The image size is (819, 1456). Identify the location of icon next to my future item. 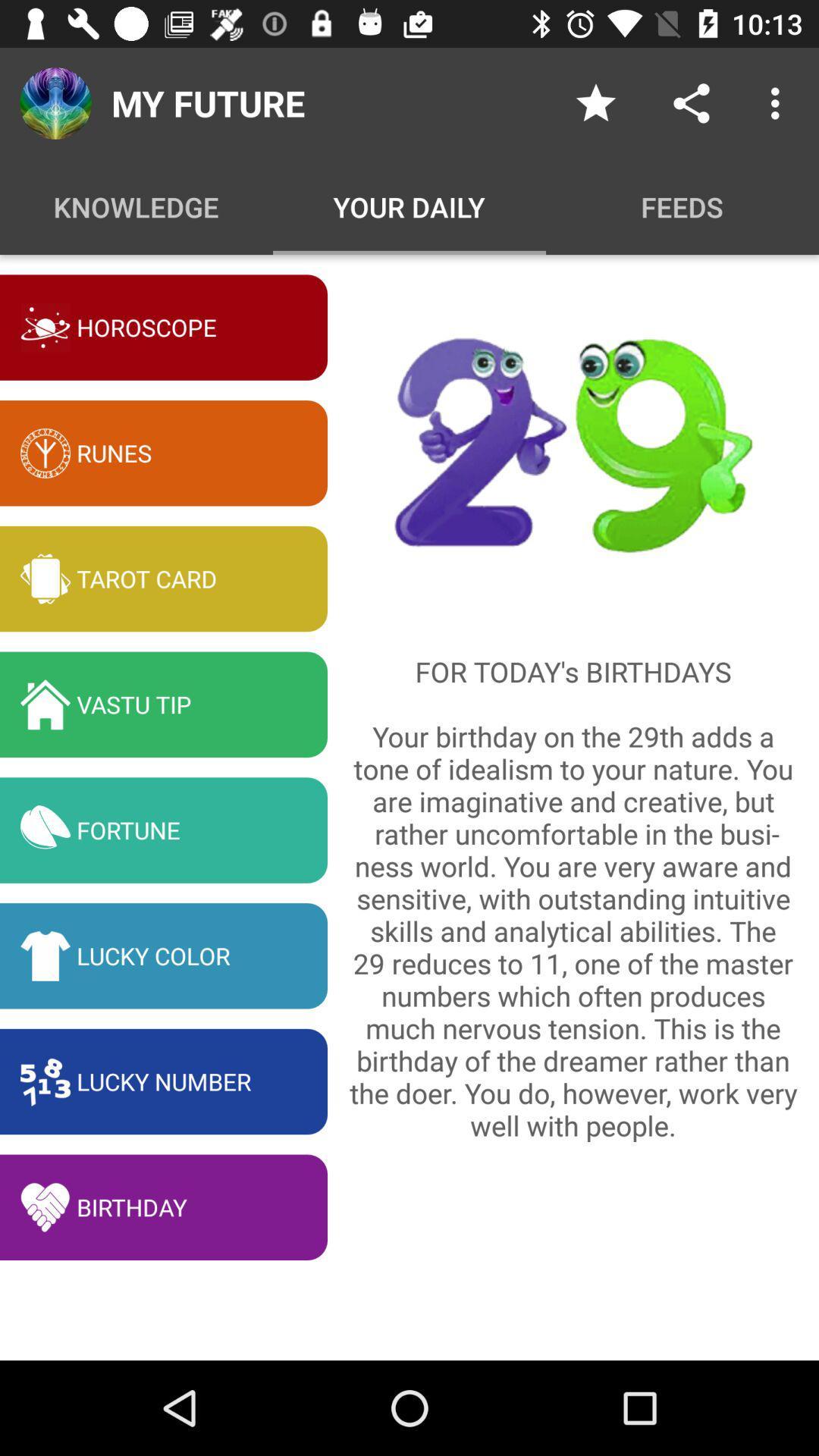
(595, 102).